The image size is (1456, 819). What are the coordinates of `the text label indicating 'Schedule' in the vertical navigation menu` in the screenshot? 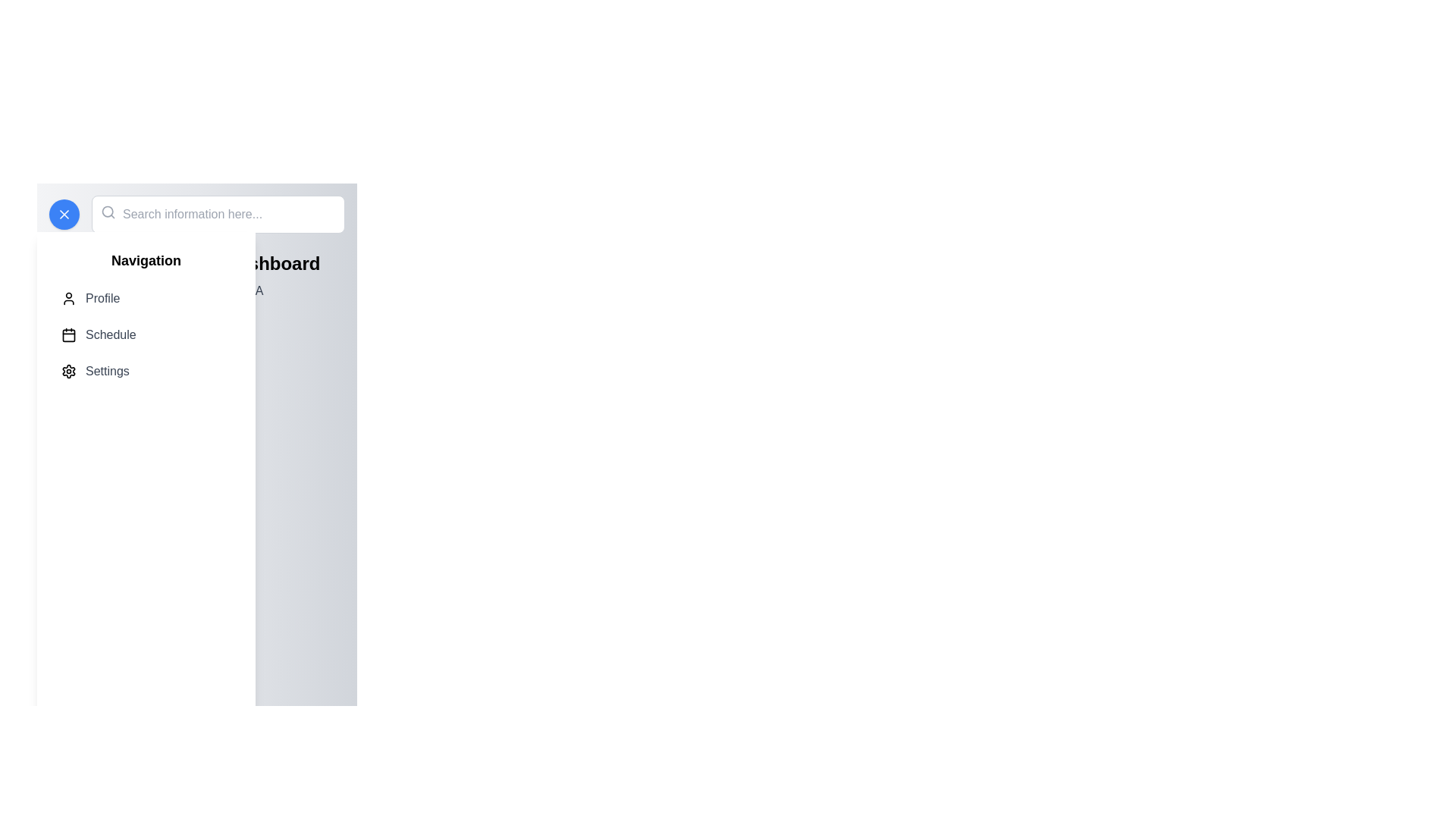 It's located at (110, 334).